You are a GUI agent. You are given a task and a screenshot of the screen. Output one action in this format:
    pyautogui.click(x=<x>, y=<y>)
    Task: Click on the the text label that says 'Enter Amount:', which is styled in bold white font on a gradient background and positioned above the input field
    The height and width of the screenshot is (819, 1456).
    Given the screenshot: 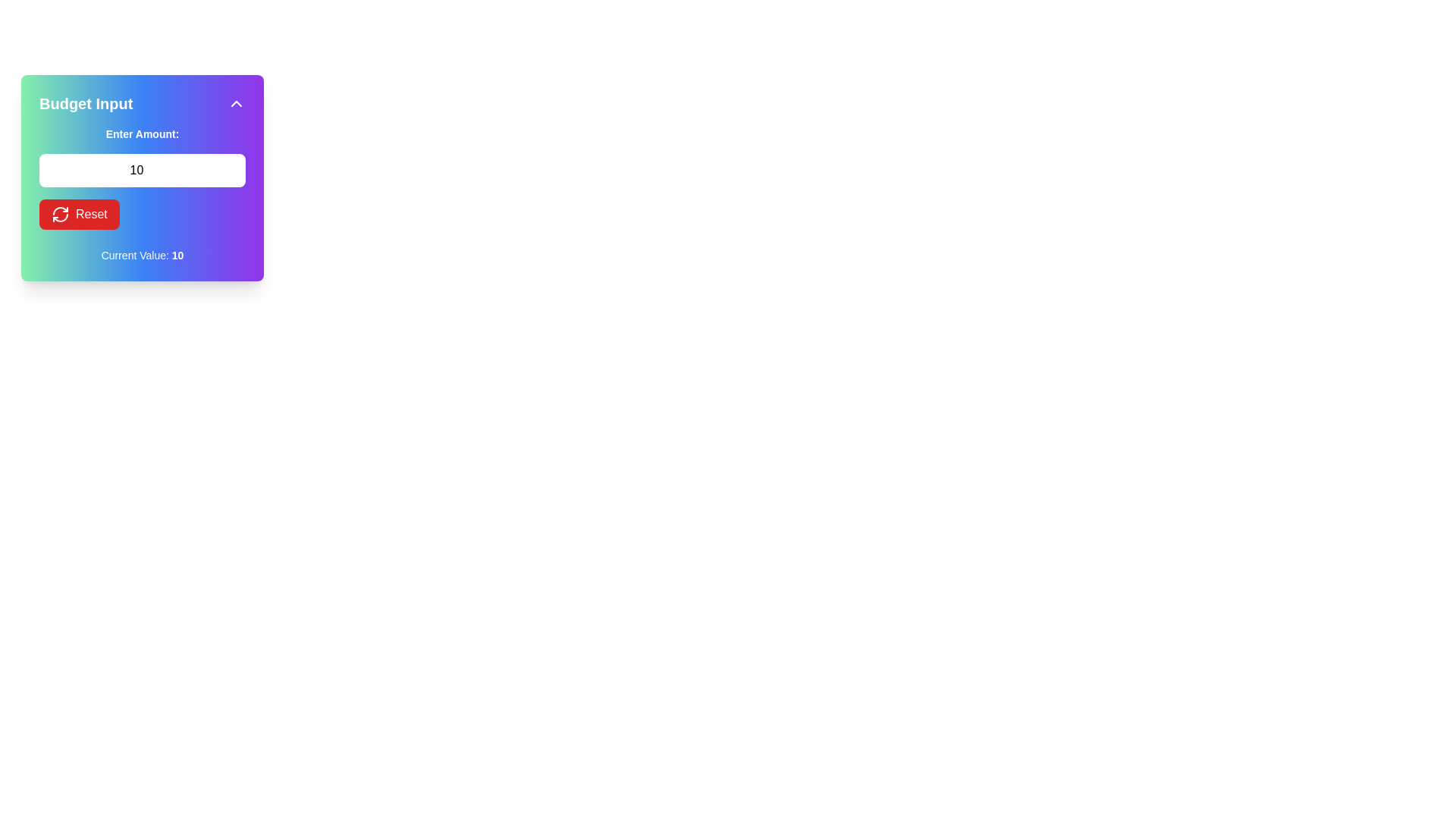 What is the action you would take?
    pyautogui.click(x=142, y=133)
    